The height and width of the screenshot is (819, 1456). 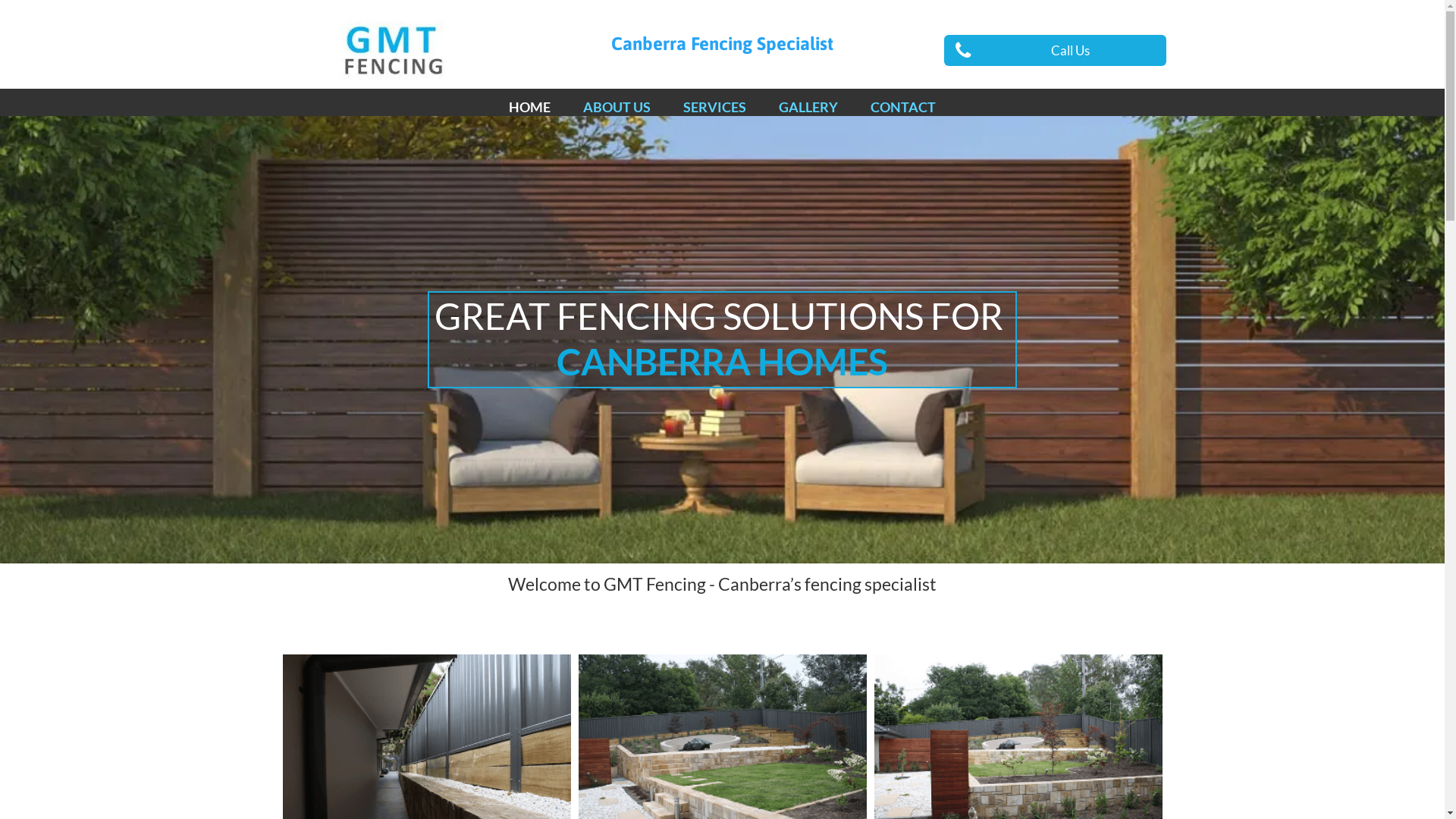 What do you see at coordinates (807, 106) in the screenshot?
I see `'GALLERY'` at bounding box center [807, 106].